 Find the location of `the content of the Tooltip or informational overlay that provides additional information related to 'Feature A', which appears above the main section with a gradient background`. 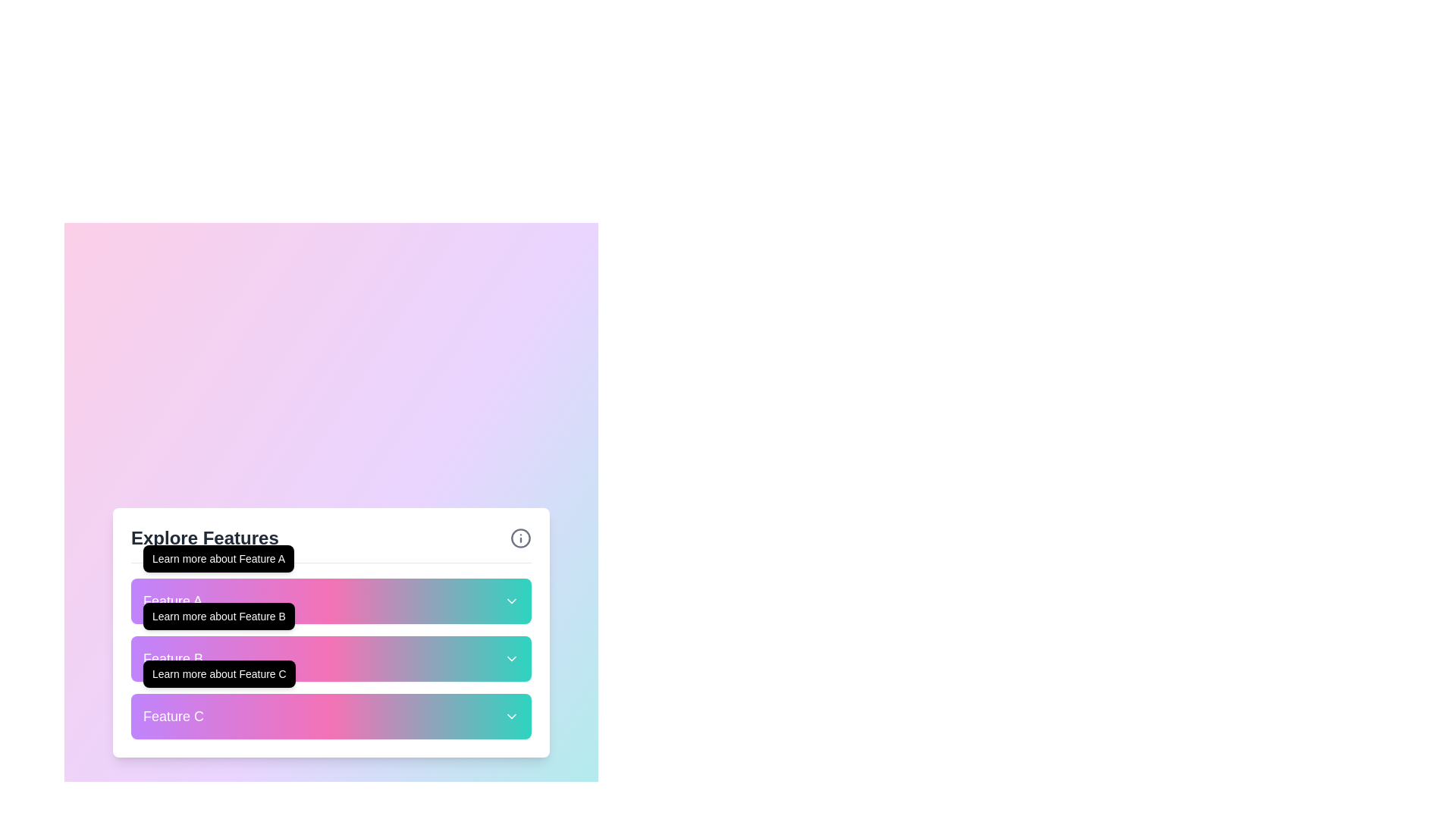

the content of the Tooltip or informational overlay that provides additional information related to 'Feature A', which appears above the main section with a gradient background is located at coordinates (218, 558).